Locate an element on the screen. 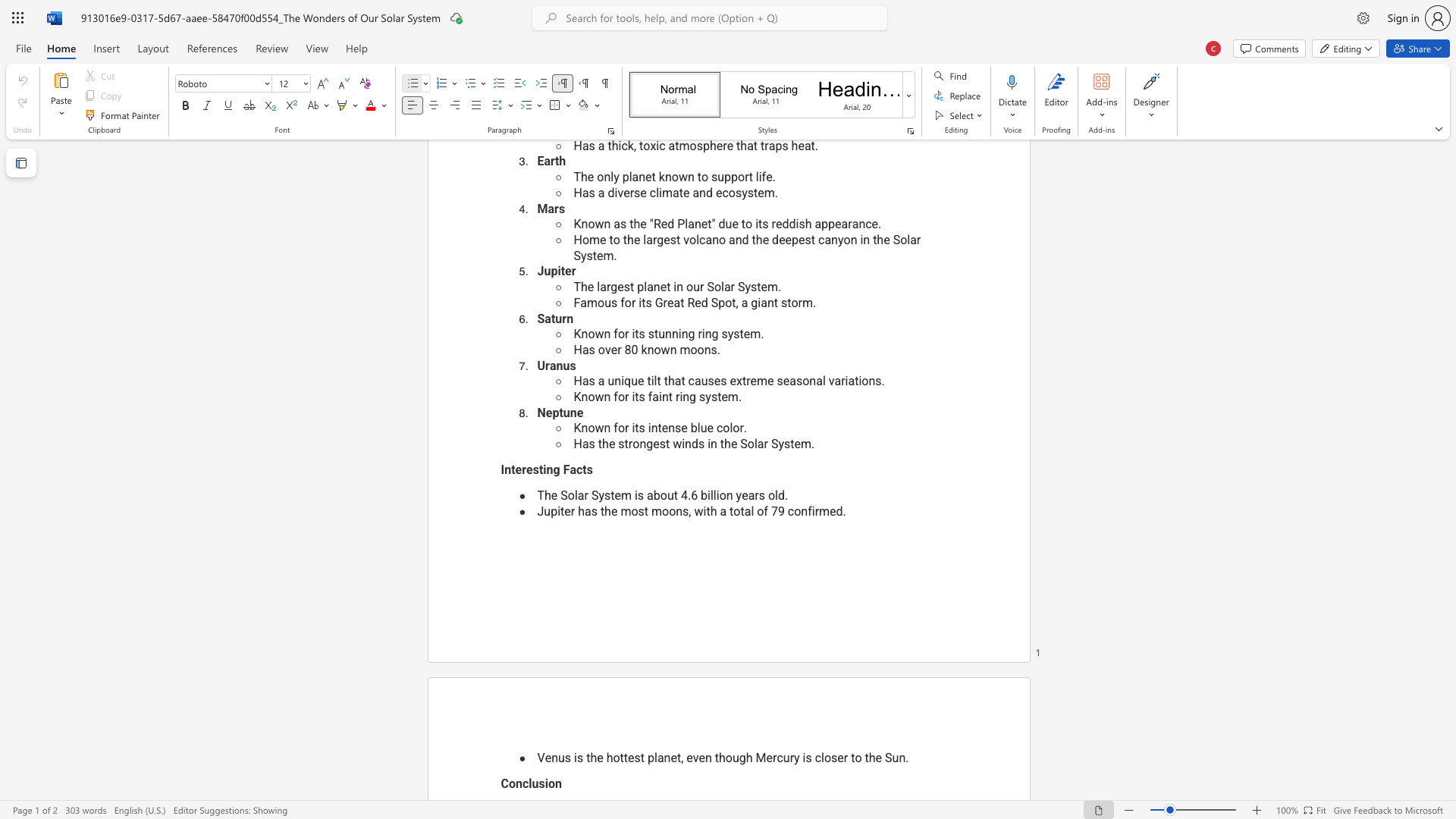 Image resolution: width=1456 pixels, height=819 pixels. the 1th character "l" in the text is located at coordinates (530, 783).